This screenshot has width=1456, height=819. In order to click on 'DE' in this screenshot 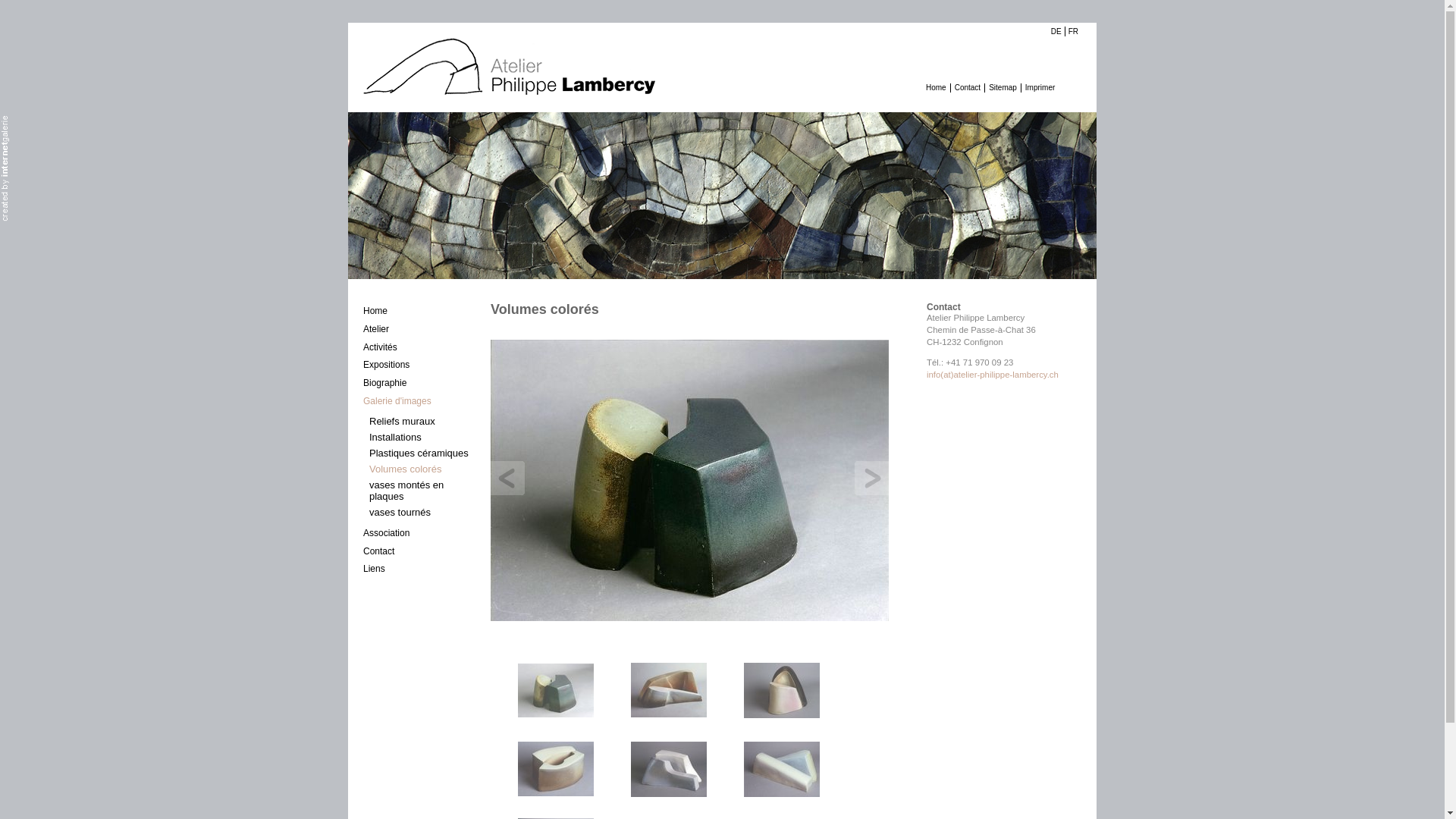, I will do `click(1047, 31)`.